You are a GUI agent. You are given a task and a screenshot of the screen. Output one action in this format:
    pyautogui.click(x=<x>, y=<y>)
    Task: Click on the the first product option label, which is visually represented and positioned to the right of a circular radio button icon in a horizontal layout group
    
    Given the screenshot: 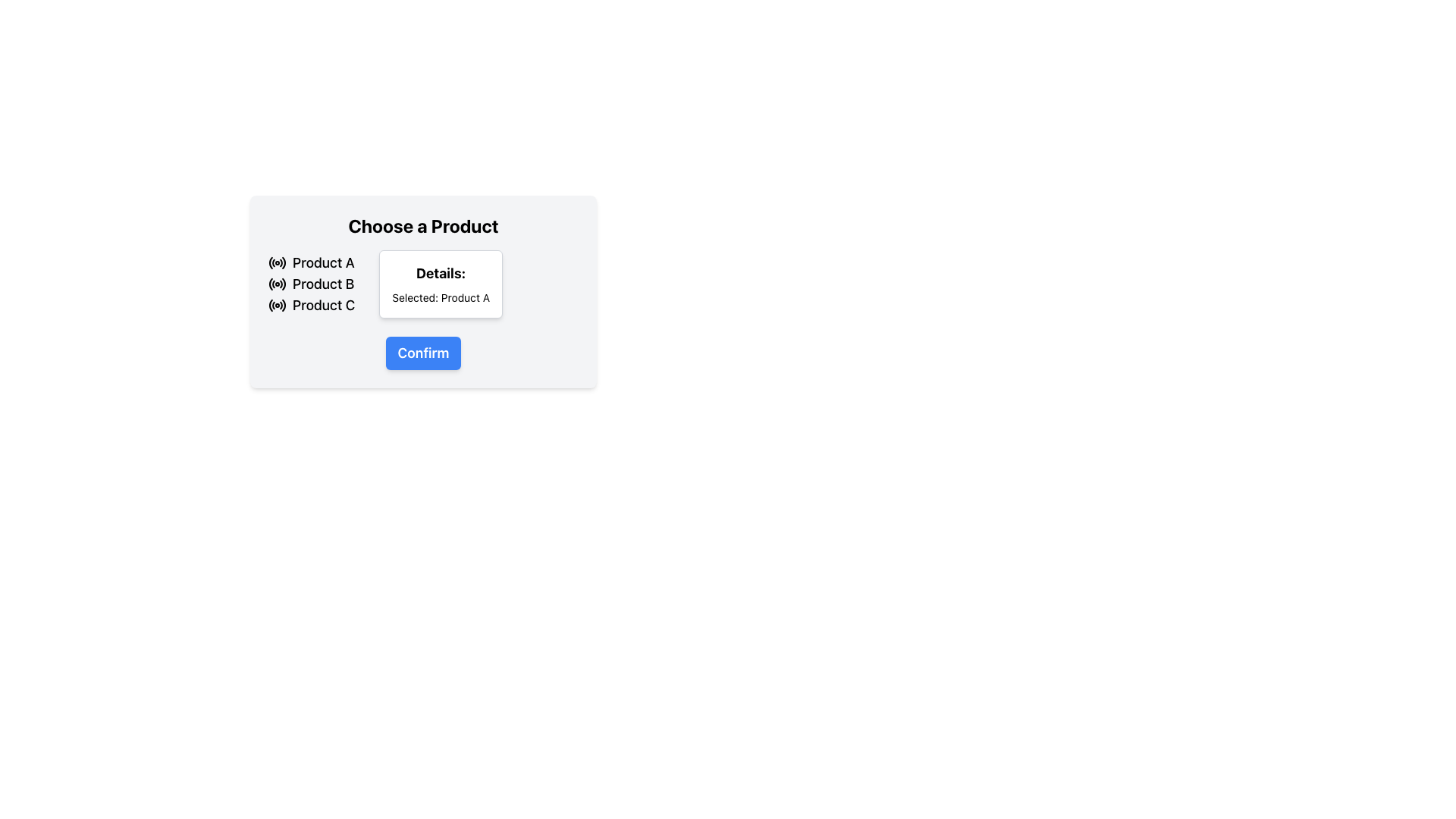 What is the action you would take?
    pyautogui.click(x=322, y=262)
    